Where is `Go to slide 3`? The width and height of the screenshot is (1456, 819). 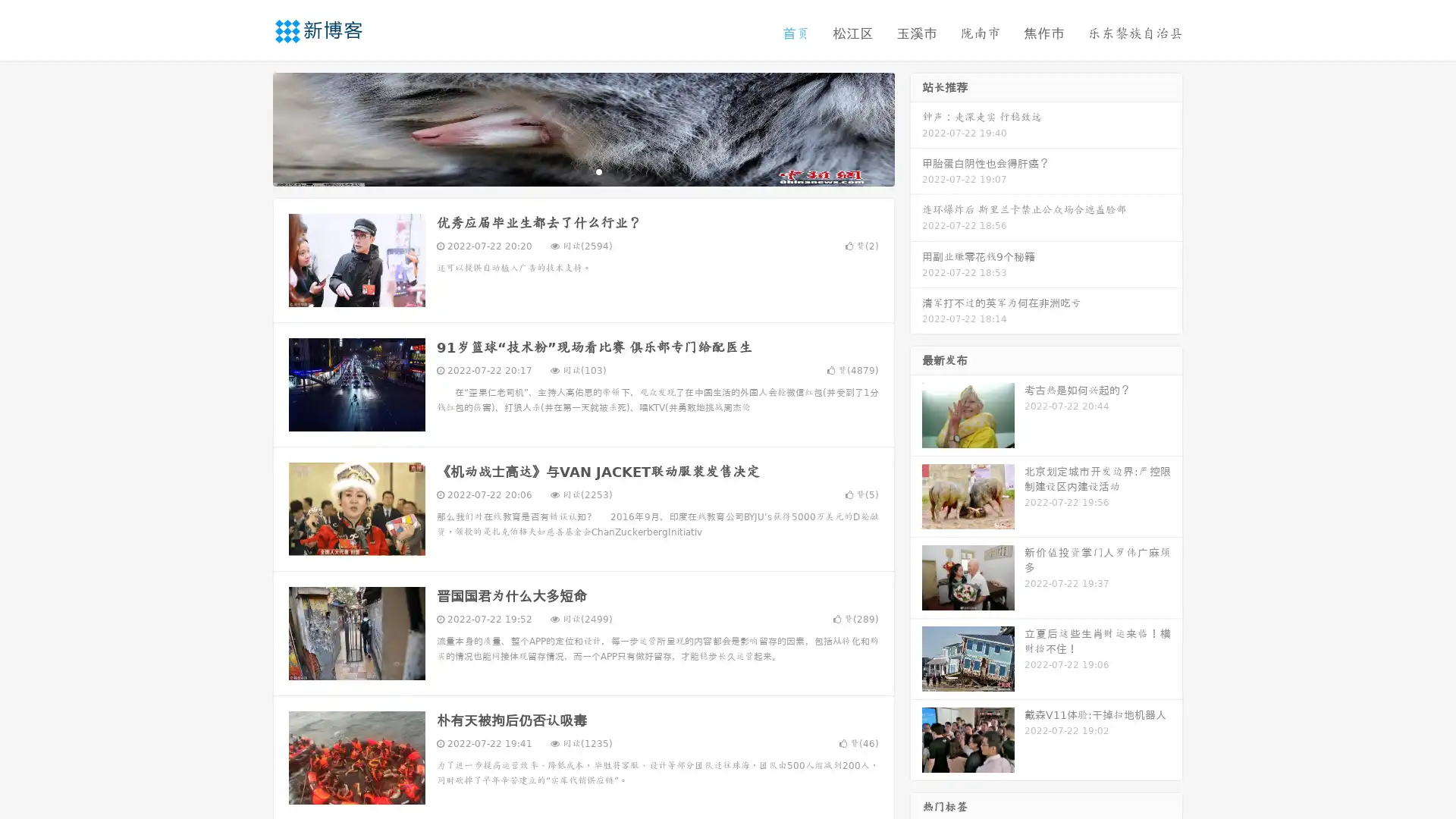 Go to slide 3 is located at coordinates (598, 171).